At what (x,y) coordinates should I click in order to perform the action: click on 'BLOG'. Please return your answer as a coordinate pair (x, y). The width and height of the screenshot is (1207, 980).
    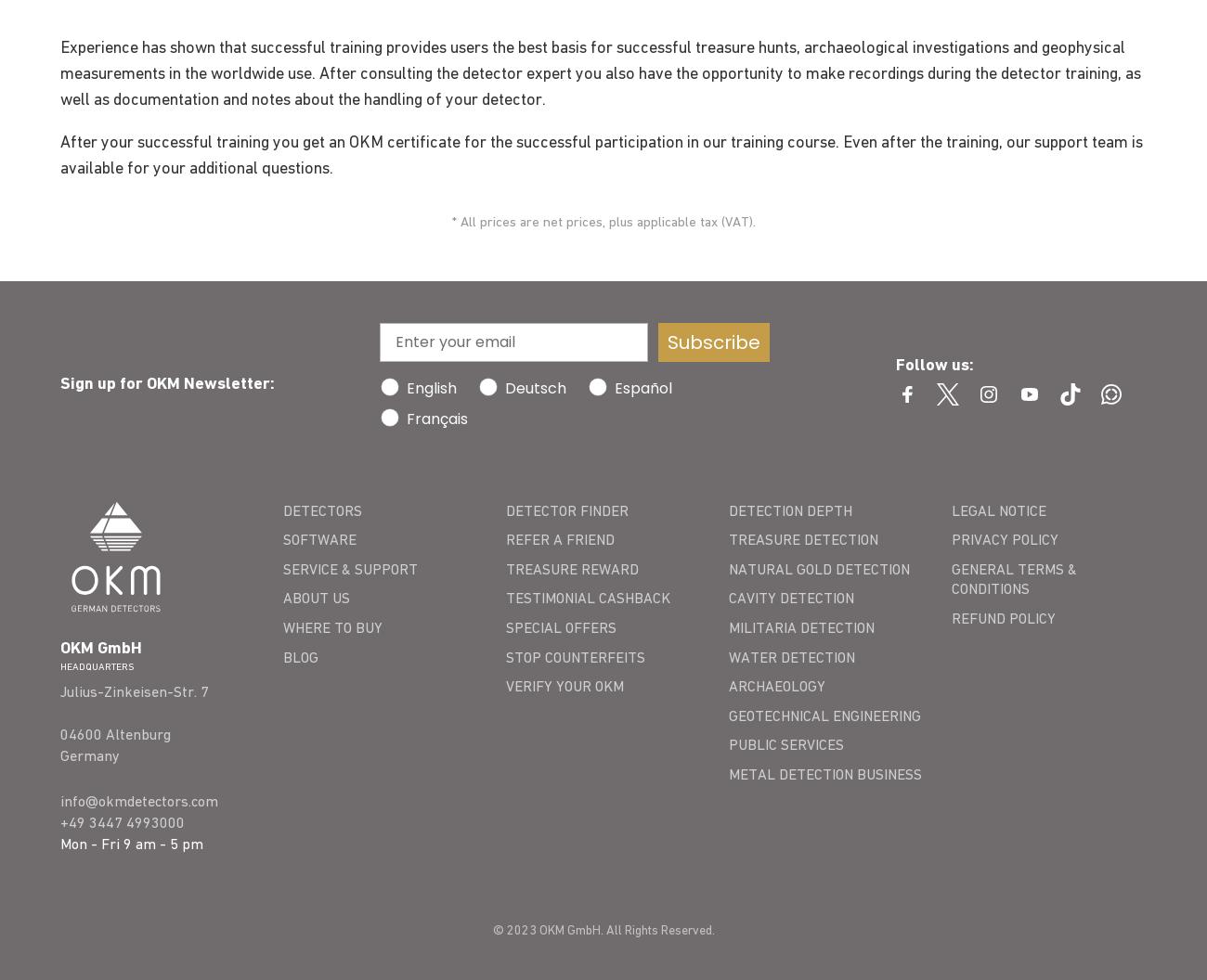
    Looking at the image, I should click on (300, 655).